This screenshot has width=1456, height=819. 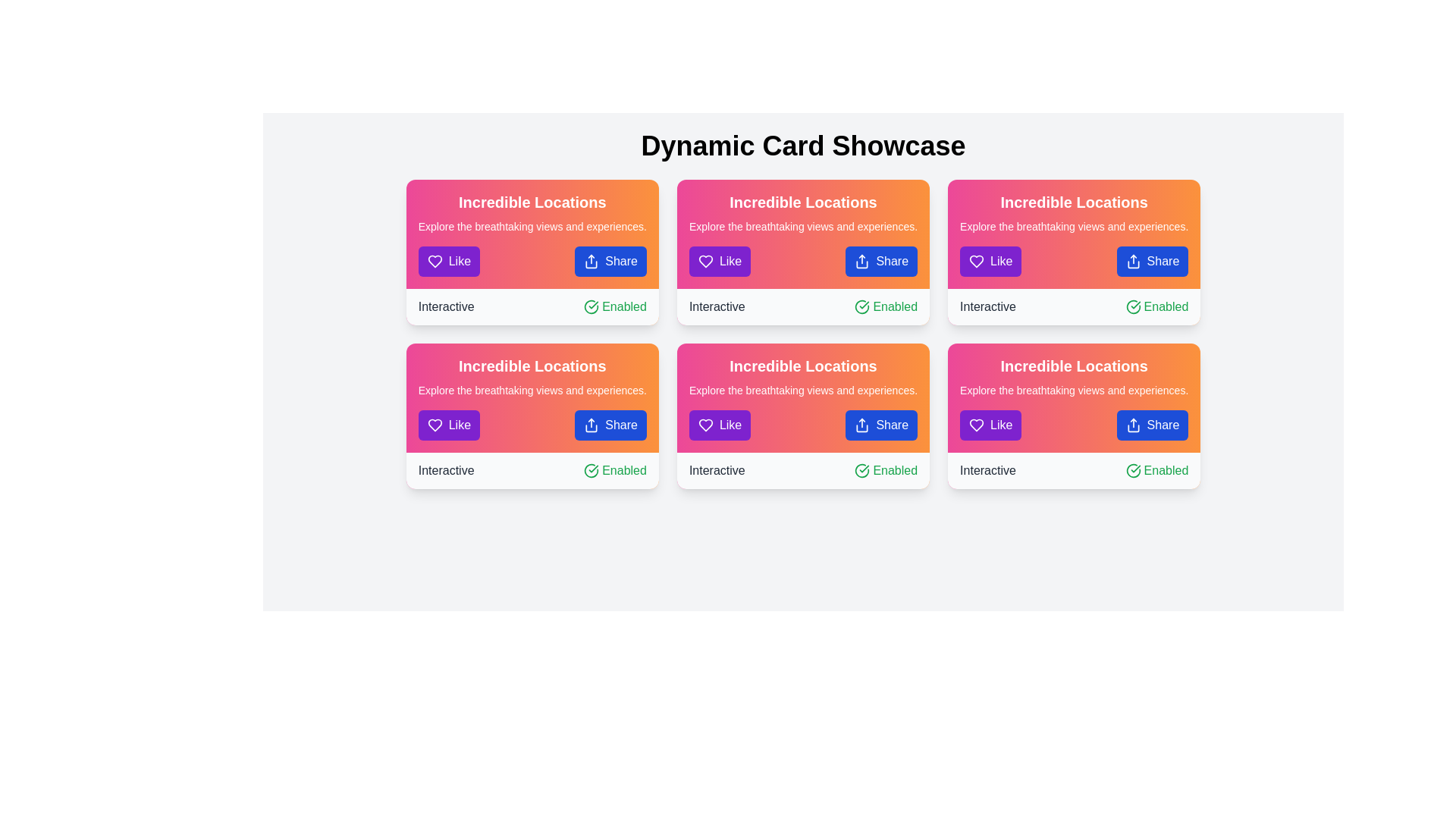 I want to click on the 'Like' icon located to the left of the 'Like' text within the button at the lower left section of the card layout, so click(x=976, y=260).